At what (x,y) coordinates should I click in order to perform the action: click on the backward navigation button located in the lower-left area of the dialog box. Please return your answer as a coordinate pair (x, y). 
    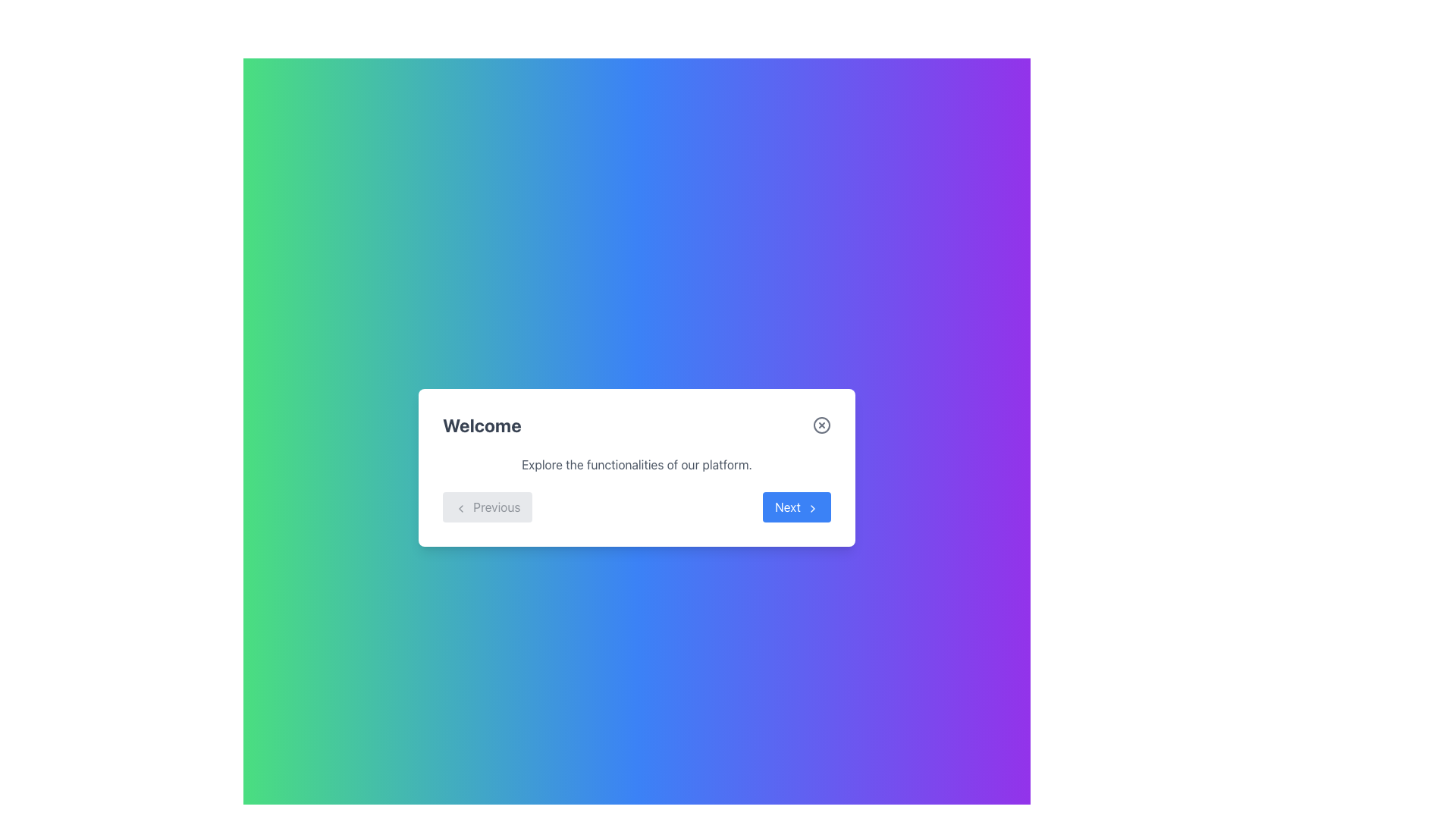
    Looking at the image, I should click on (488, 507).